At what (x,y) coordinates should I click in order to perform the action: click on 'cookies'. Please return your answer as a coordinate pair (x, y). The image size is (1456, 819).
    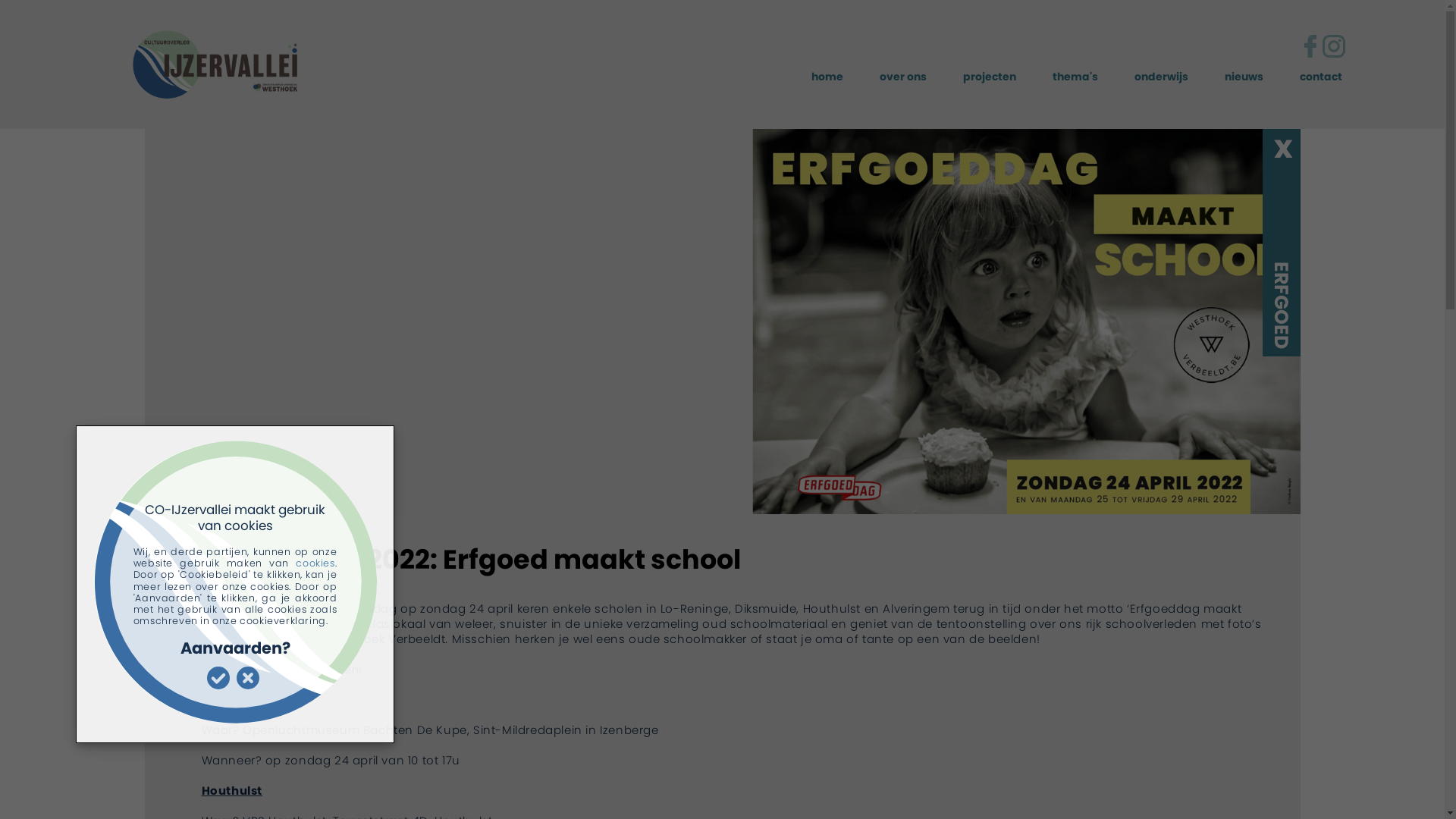
    Looking at the image, I should click on (295, 563).